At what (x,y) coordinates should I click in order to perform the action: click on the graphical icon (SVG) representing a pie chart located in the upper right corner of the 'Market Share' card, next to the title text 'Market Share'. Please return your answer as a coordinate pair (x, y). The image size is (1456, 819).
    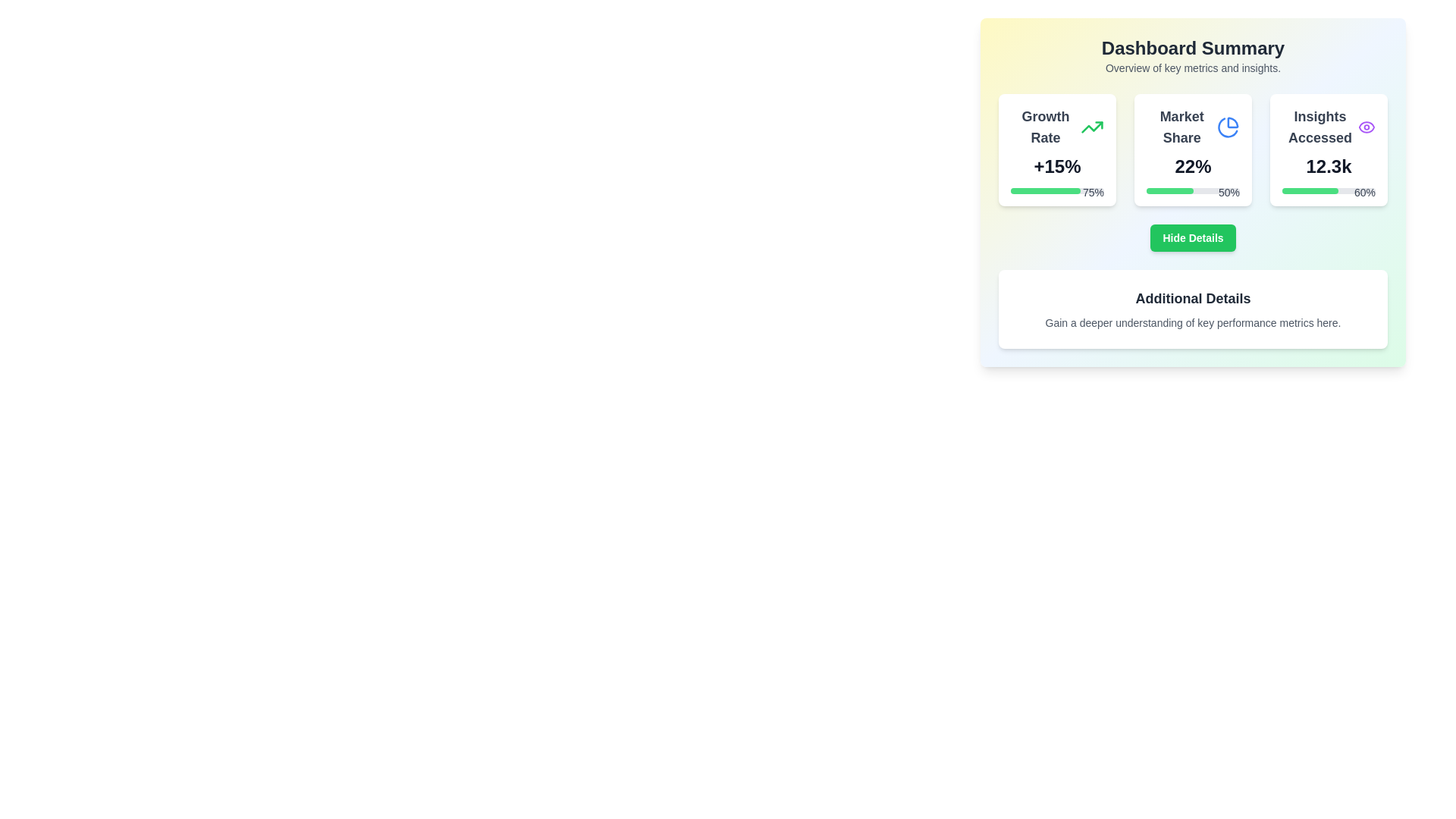
    Looking at the image, I should click on (1228, 127).